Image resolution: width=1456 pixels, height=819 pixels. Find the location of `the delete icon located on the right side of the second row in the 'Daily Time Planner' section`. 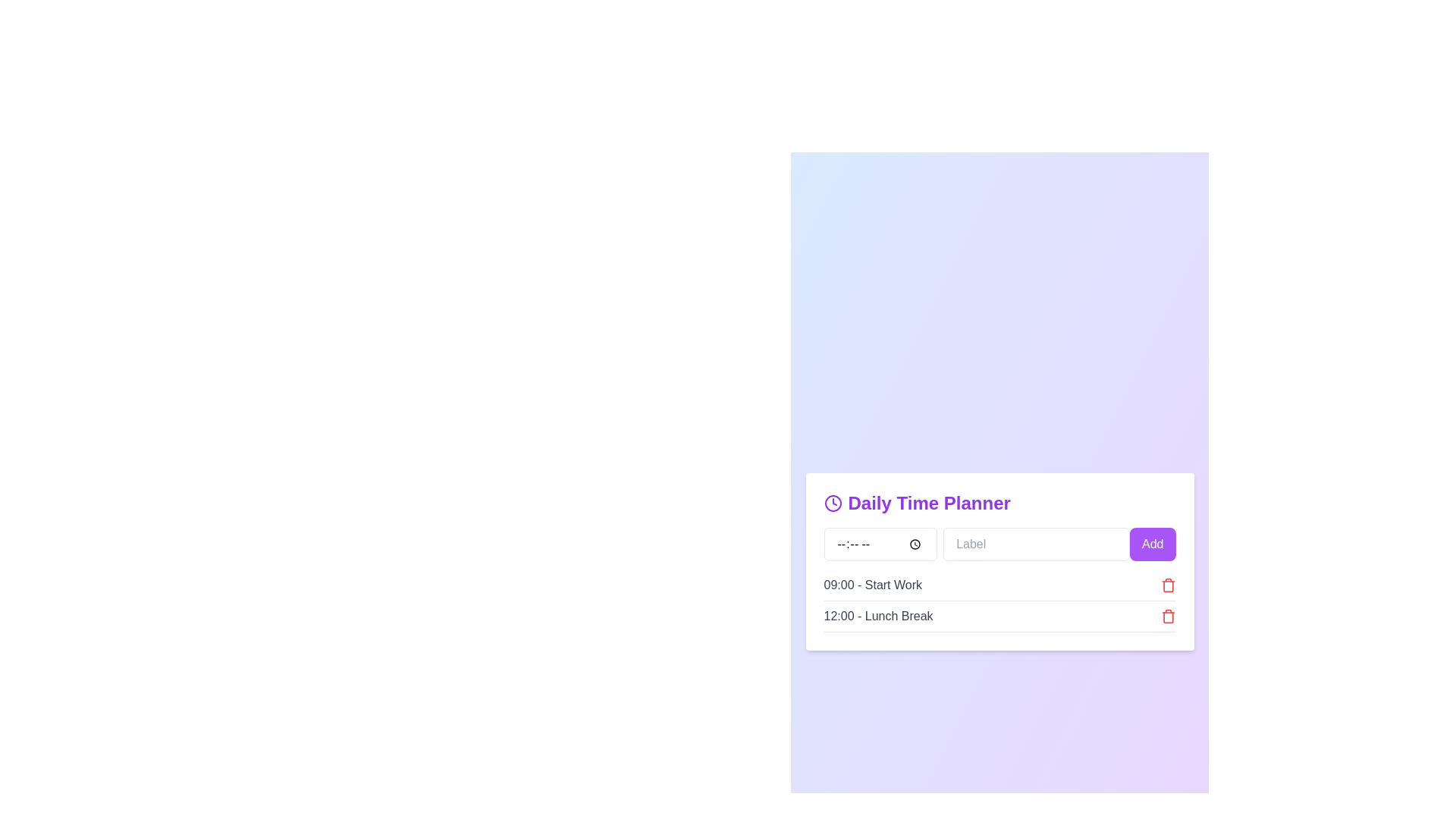

the delete icon located on the right side of the second row in the 'Daily Time Planner' section is located at coordinates (1167, 585).